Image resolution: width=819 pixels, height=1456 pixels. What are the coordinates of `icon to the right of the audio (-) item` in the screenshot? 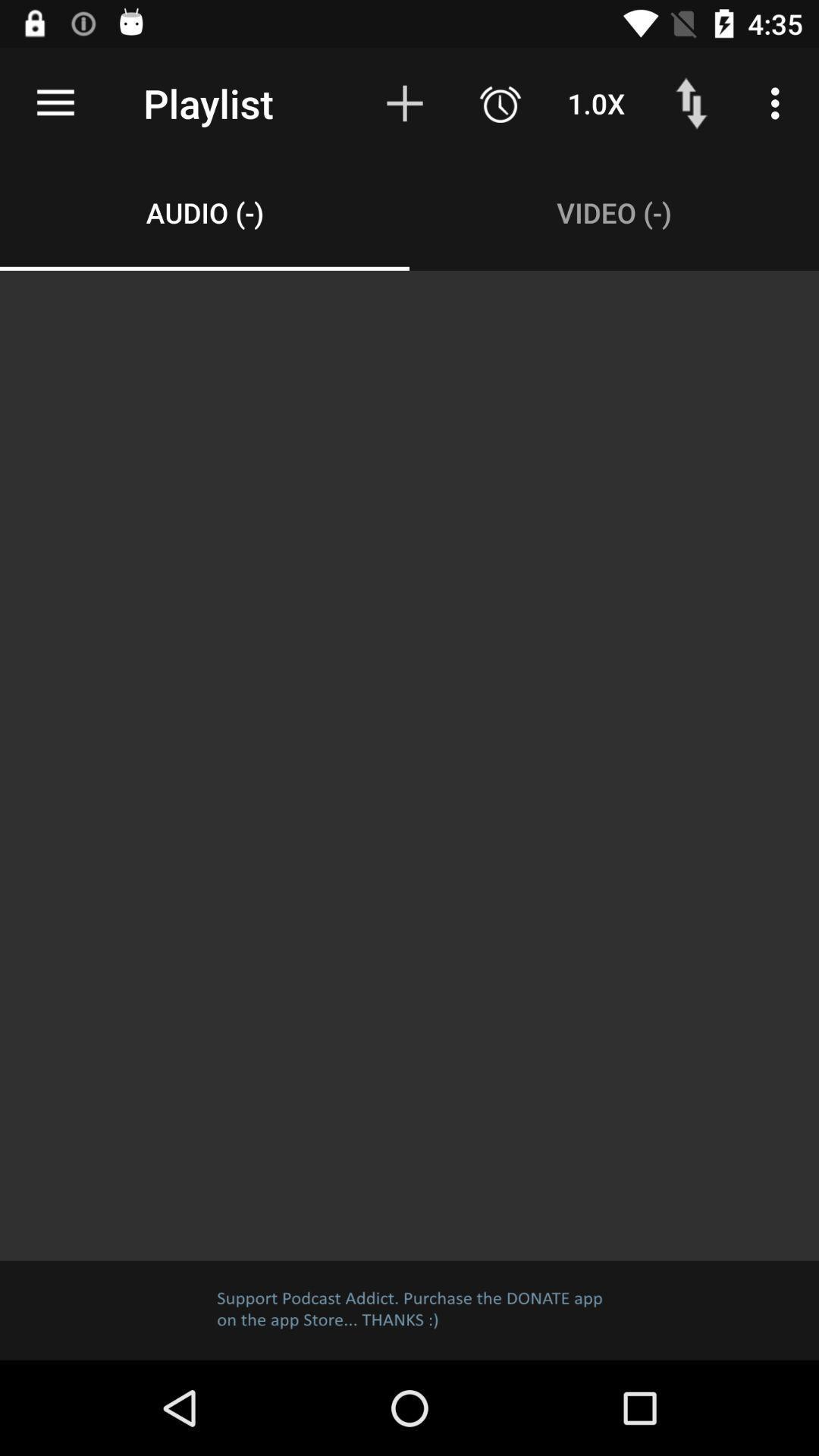 It's located at (614, 212).